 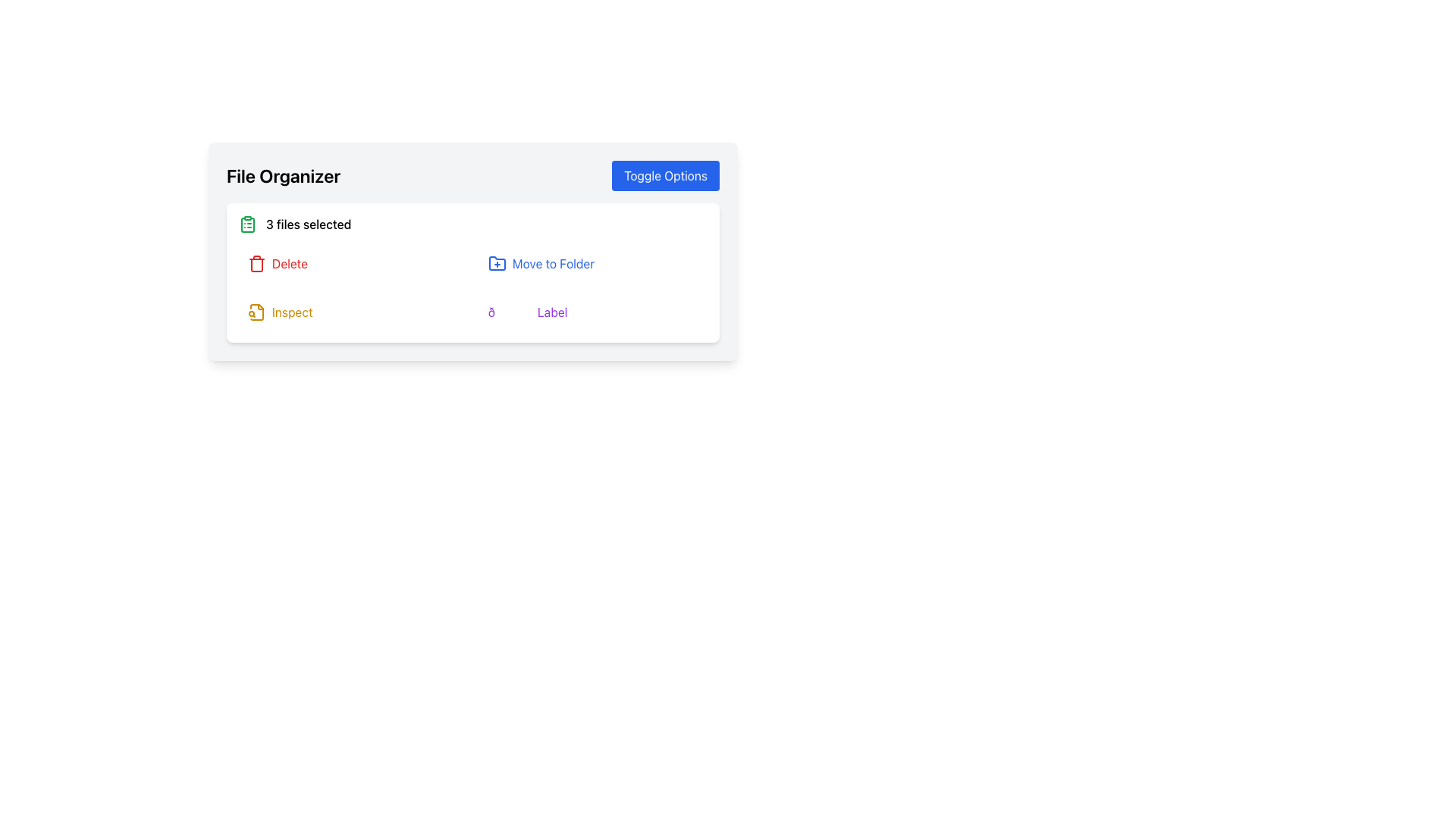 What do you see at coordinates (551, 312) in the screenshot?
I see `text label that displays 'Label' in vibrant purple color, which is part of a structured card interface and positioned next to a symbol` at bounding box center [551, 312].